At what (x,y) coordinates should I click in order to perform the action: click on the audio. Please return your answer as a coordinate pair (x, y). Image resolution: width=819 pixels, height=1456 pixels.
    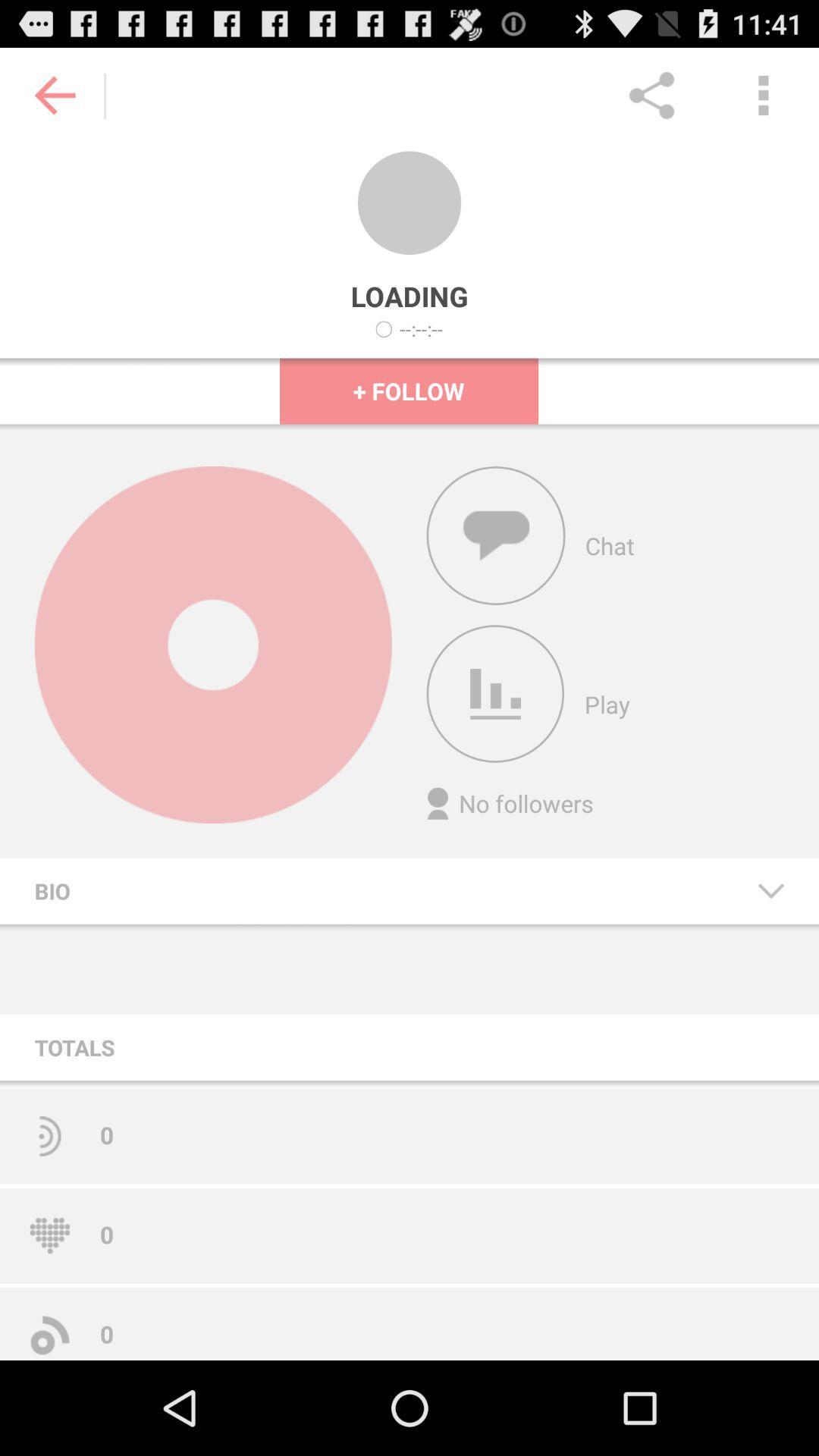
    Looking at the image, I should click on (495, 693).